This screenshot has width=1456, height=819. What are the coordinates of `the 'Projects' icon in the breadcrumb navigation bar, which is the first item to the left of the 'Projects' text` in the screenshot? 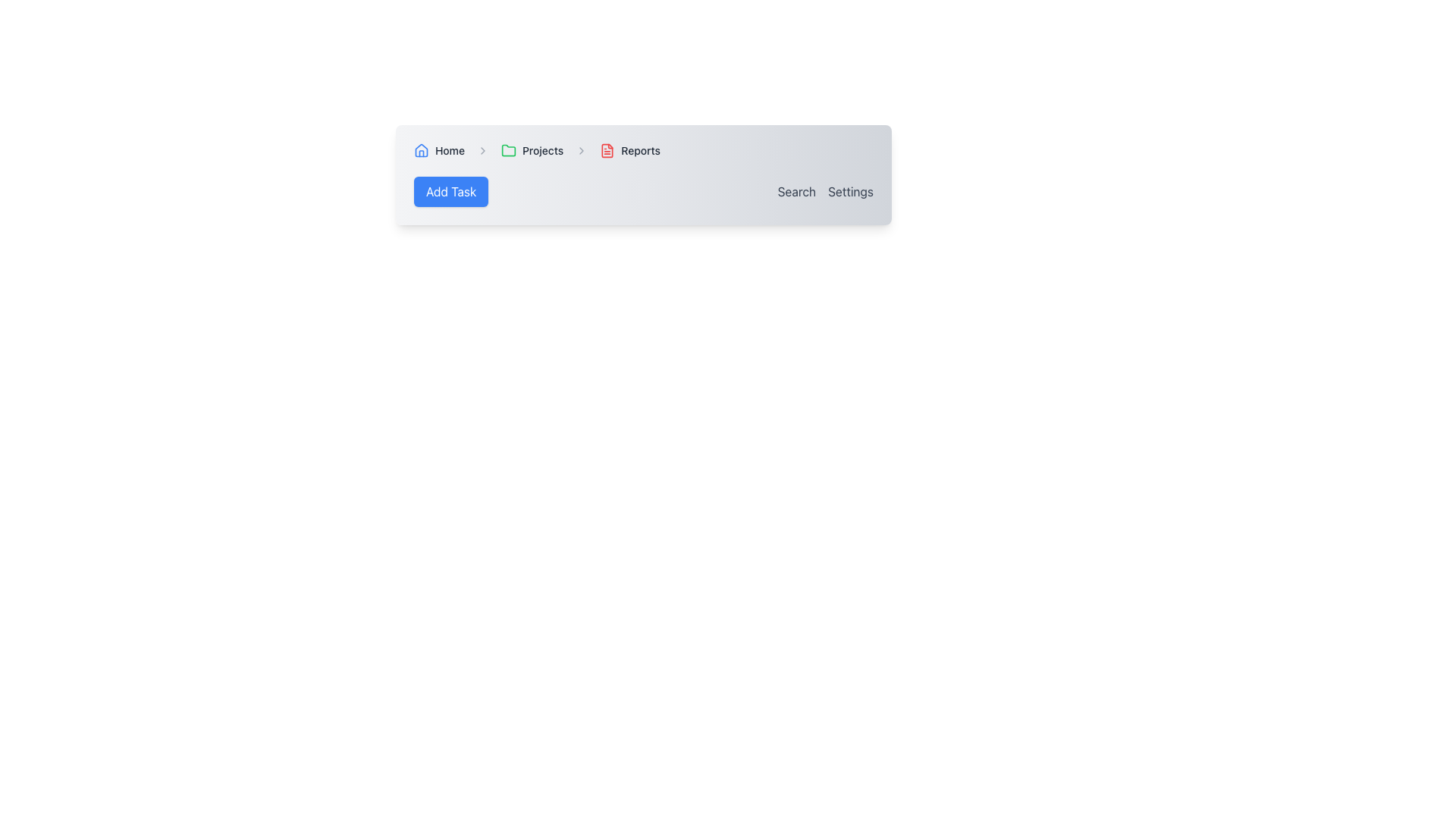 It's located at (509, 151).